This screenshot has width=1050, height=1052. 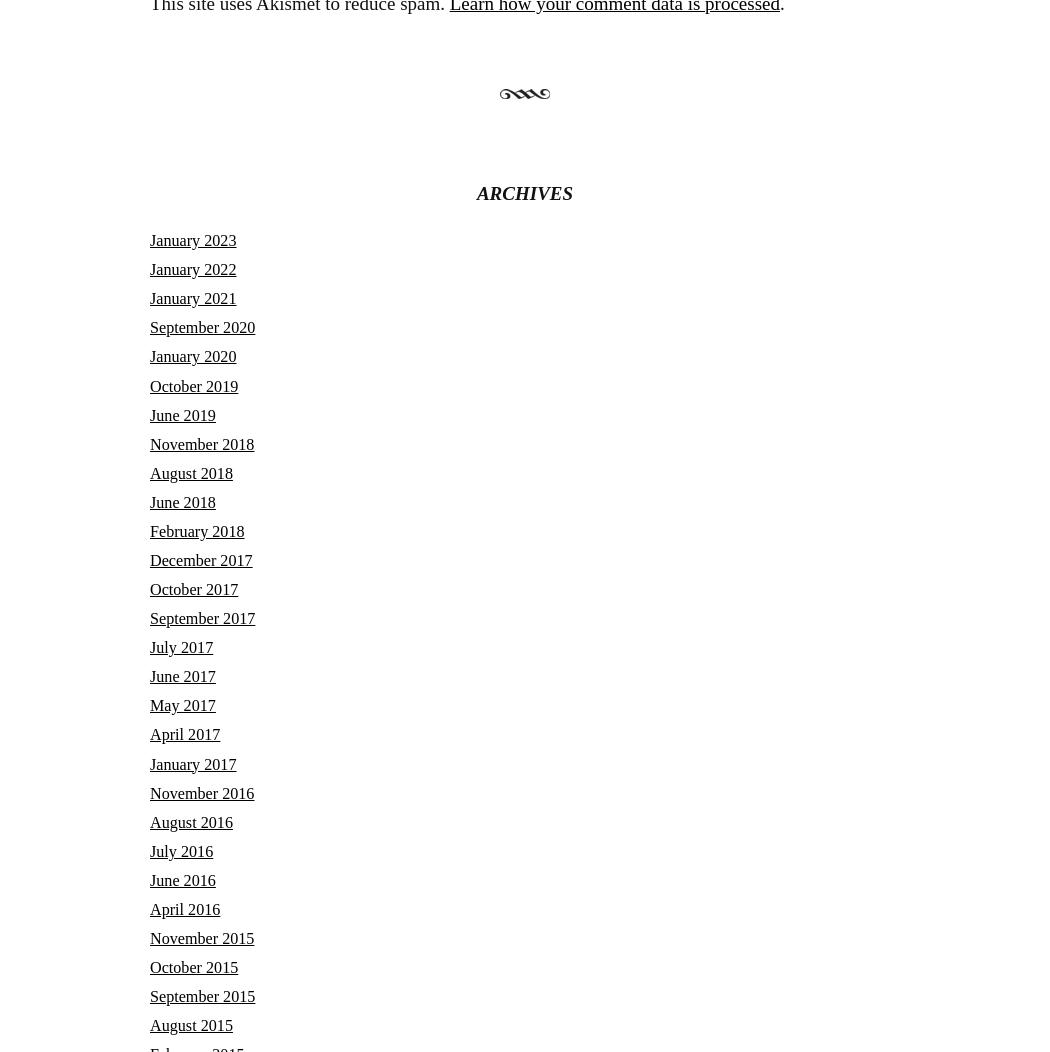 I want to click on 'November 2016', so click(x=150, y=792).